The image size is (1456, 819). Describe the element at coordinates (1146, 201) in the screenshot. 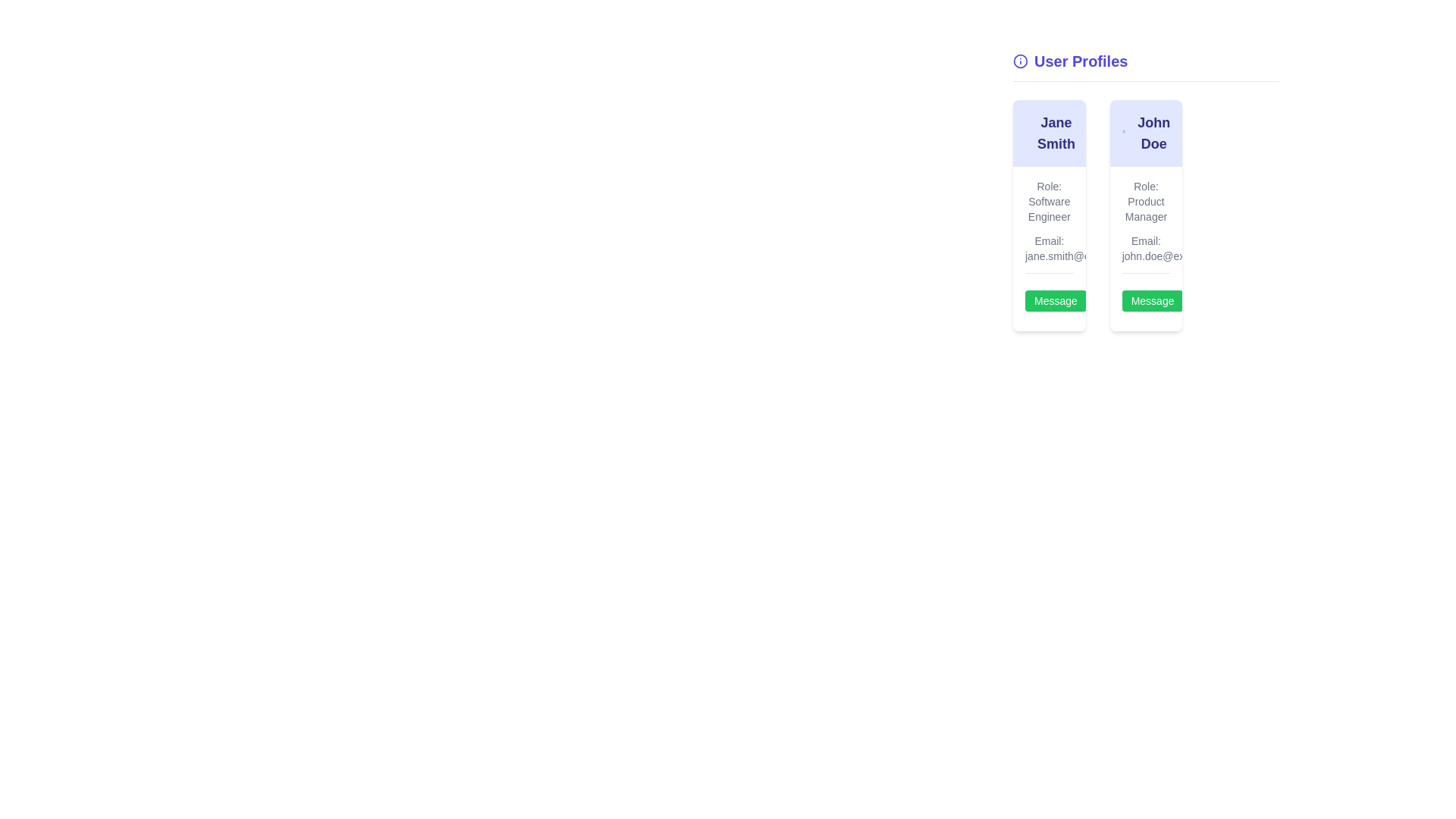

I see `the static text element that displays the job title of 'John Doe' in the User Profiles section, located below the name and above the email address` at that location.